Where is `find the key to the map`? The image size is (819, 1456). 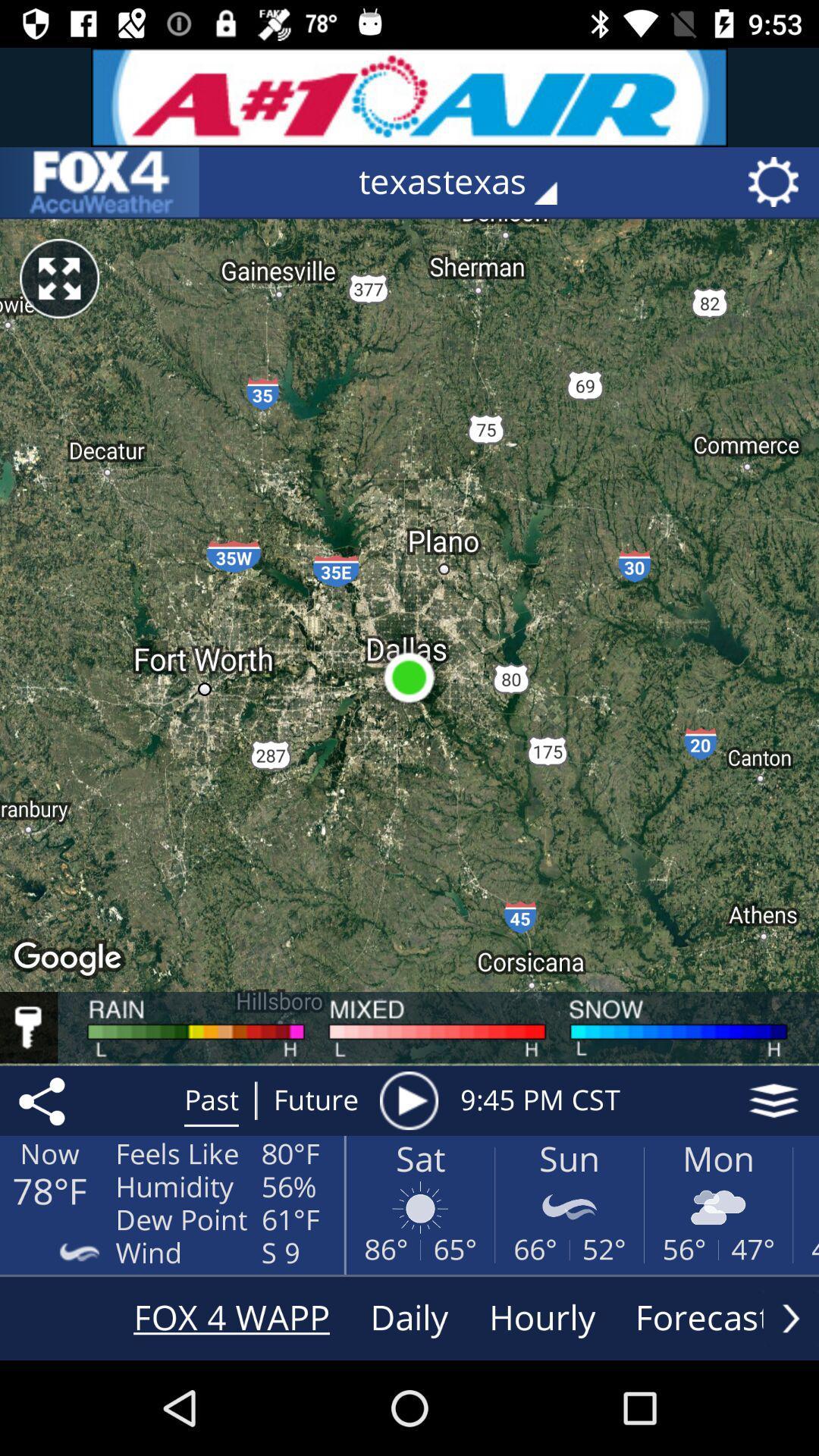
find the key to the map is located at coordinates (29, 1028).